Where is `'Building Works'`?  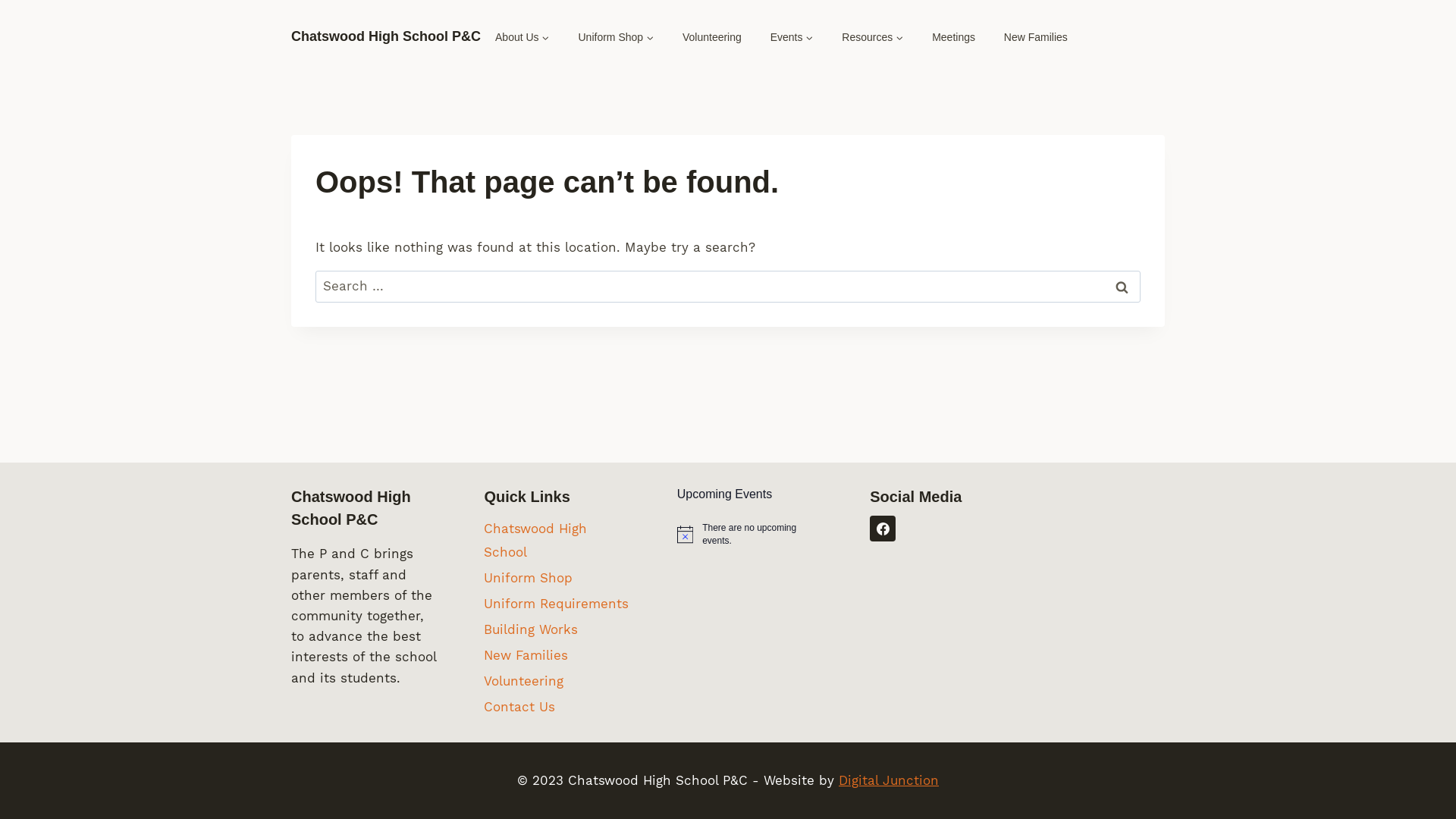
'Building Works' is located at coordinates (483, 629).